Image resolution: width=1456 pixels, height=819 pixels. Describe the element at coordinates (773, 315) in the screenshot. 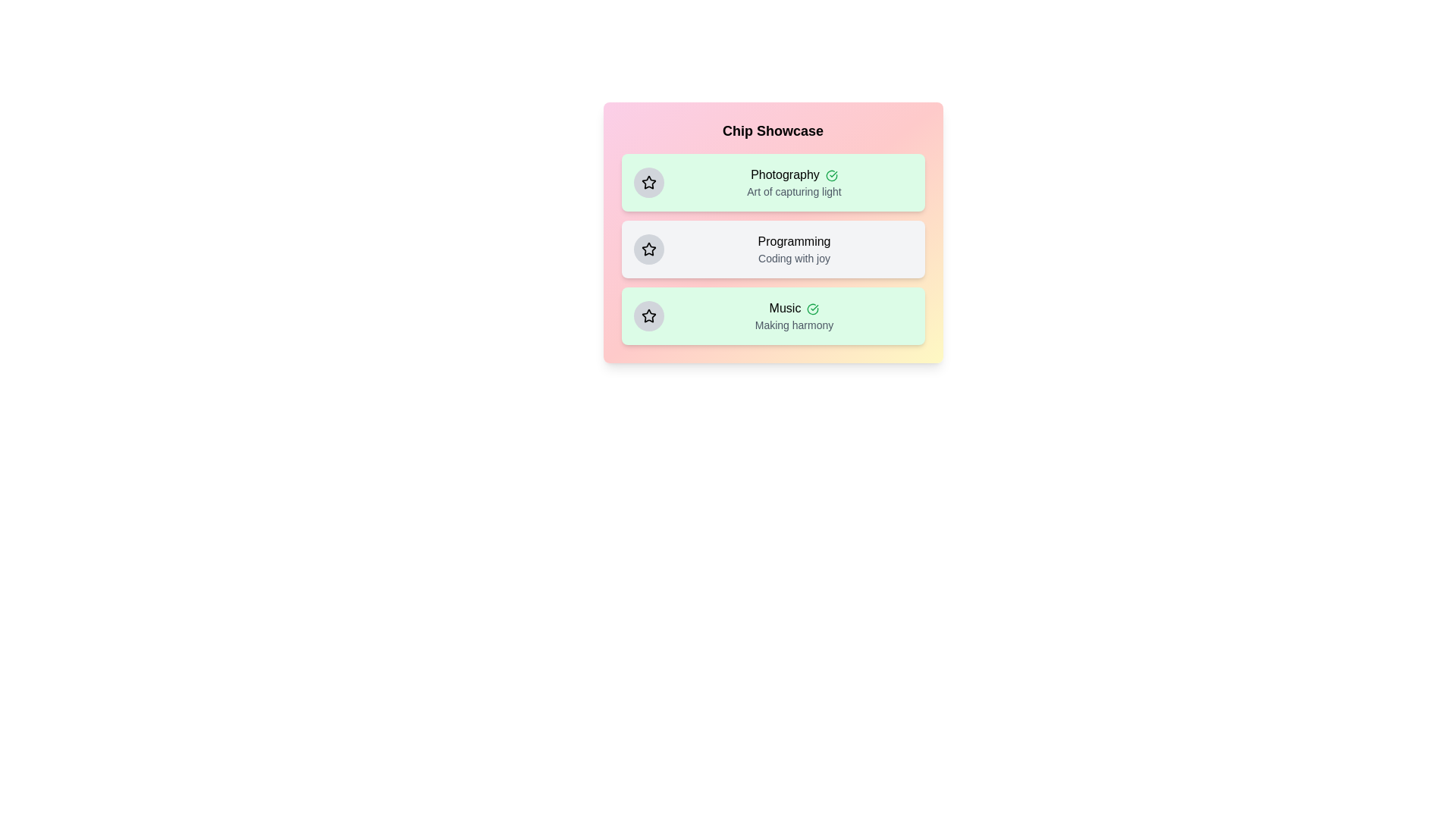

I see `the chip labeled Music` at that location.